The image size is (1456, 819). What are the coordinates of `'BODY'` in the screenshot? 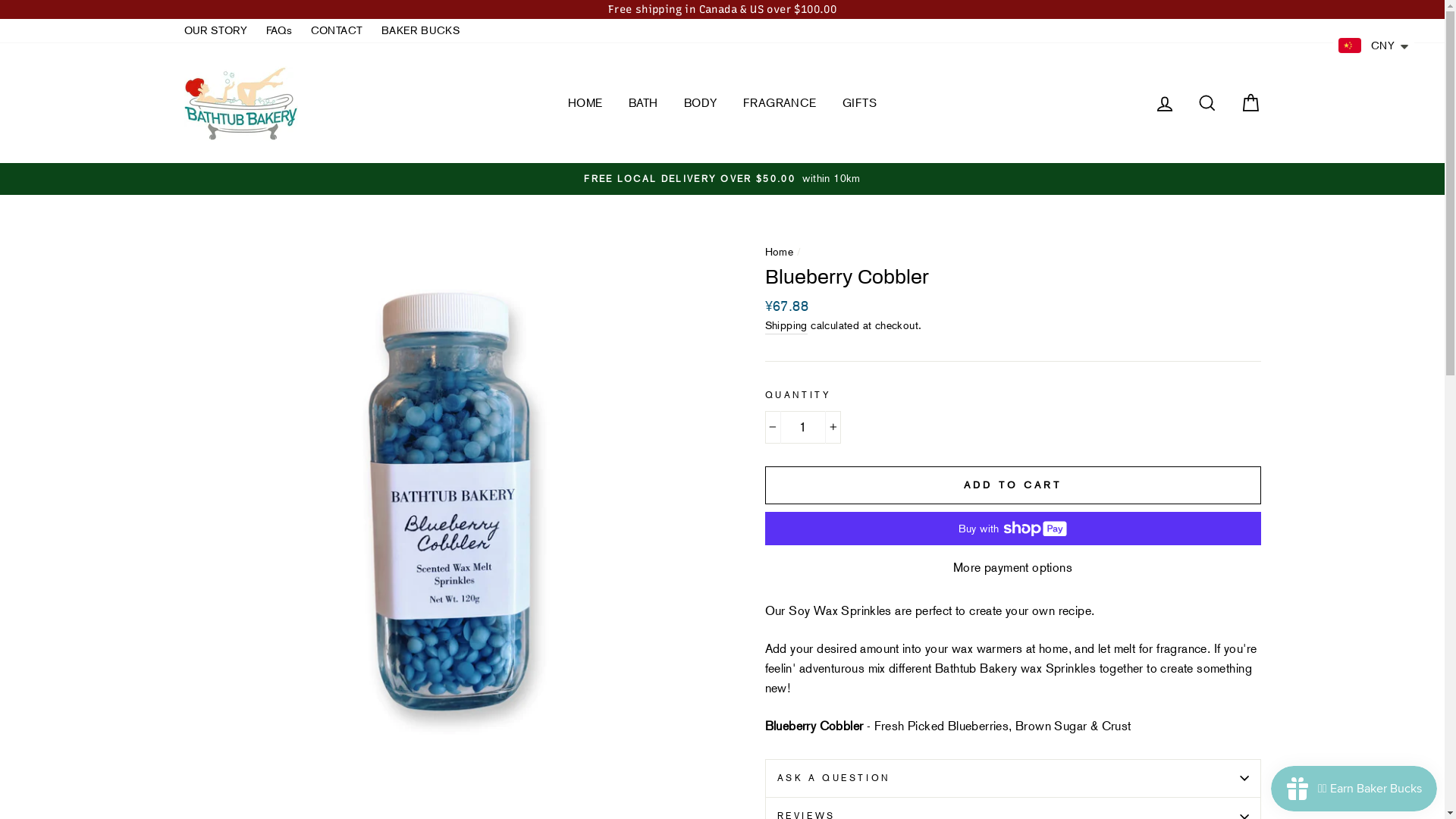 It's located at (672, 102).